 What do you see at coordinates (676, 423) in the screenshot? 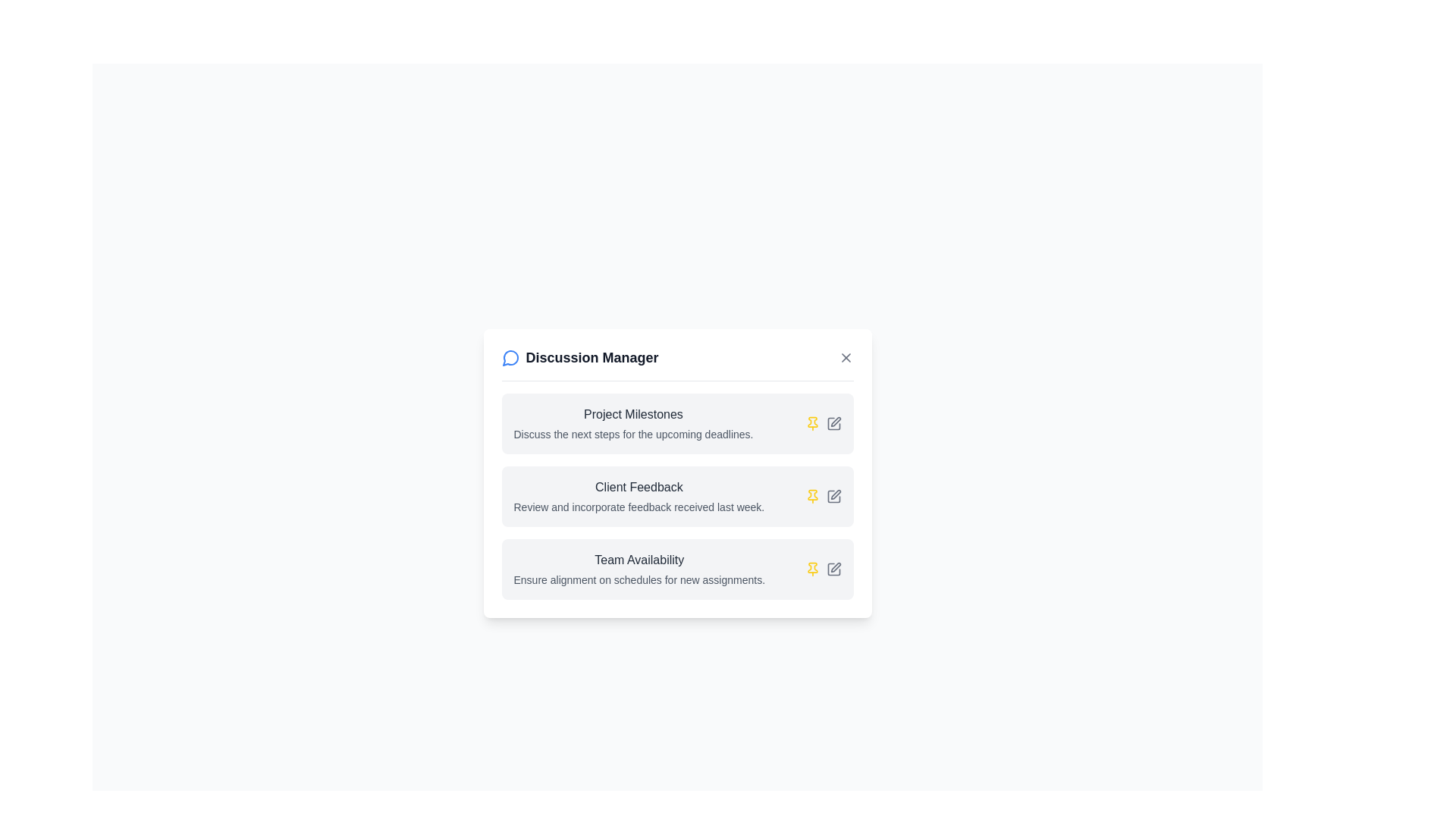
I see `the 'Project Milestones' list item in the 'Discussion Manager' dialog box, which is the topmost entry and features a bold header with descriptive text beneath it` at bounding box center [676, 423].